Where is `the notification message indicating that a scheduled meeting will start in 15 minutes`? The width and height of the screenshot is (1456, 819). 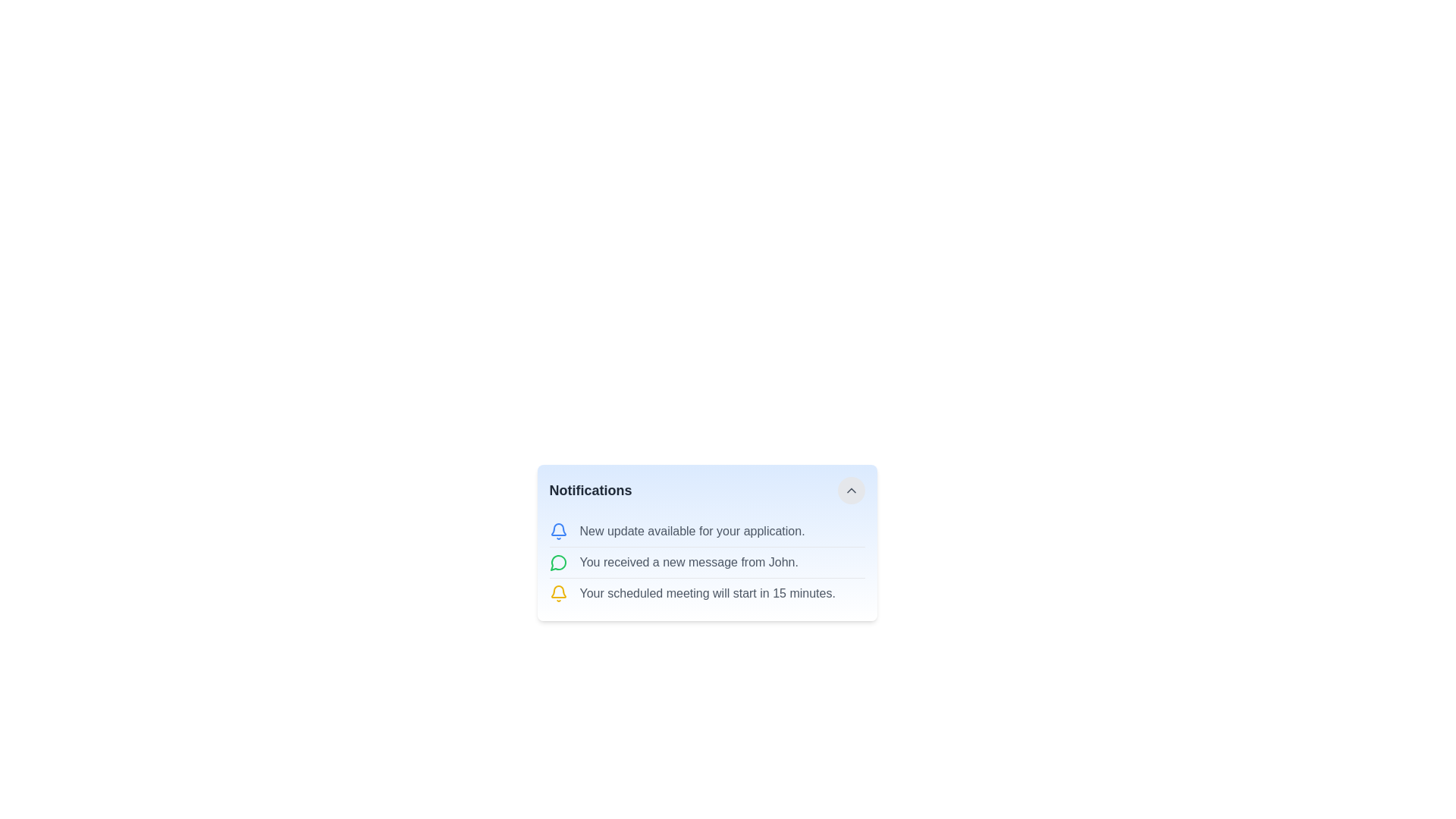 the notification message indicating that a scheduled meeting will start in 15 minutes is located at coordinates (706, 585).